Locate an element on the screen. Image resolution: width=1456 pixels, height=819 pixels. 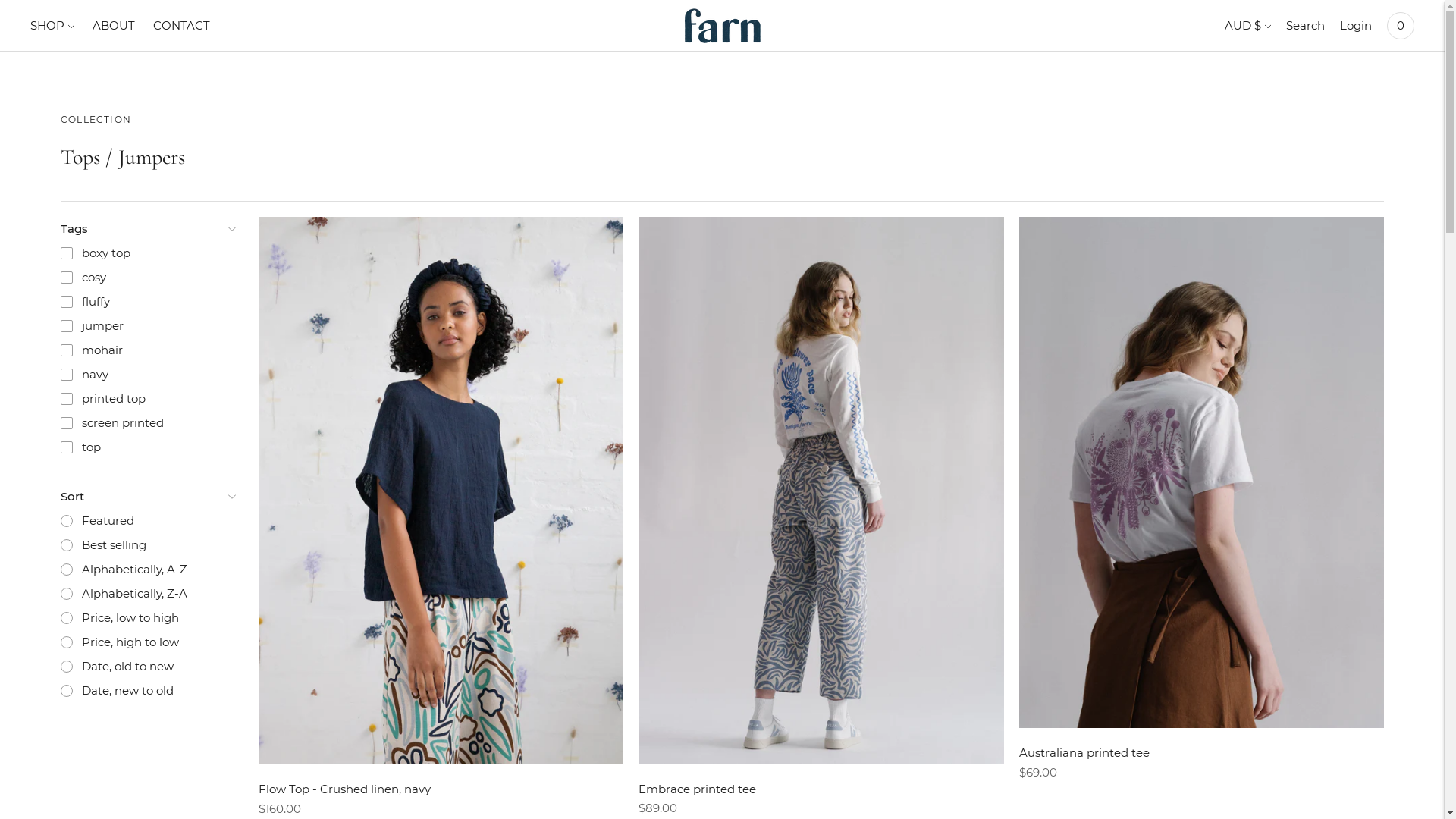
'AUD $' is located at coordinates (1224, 26).